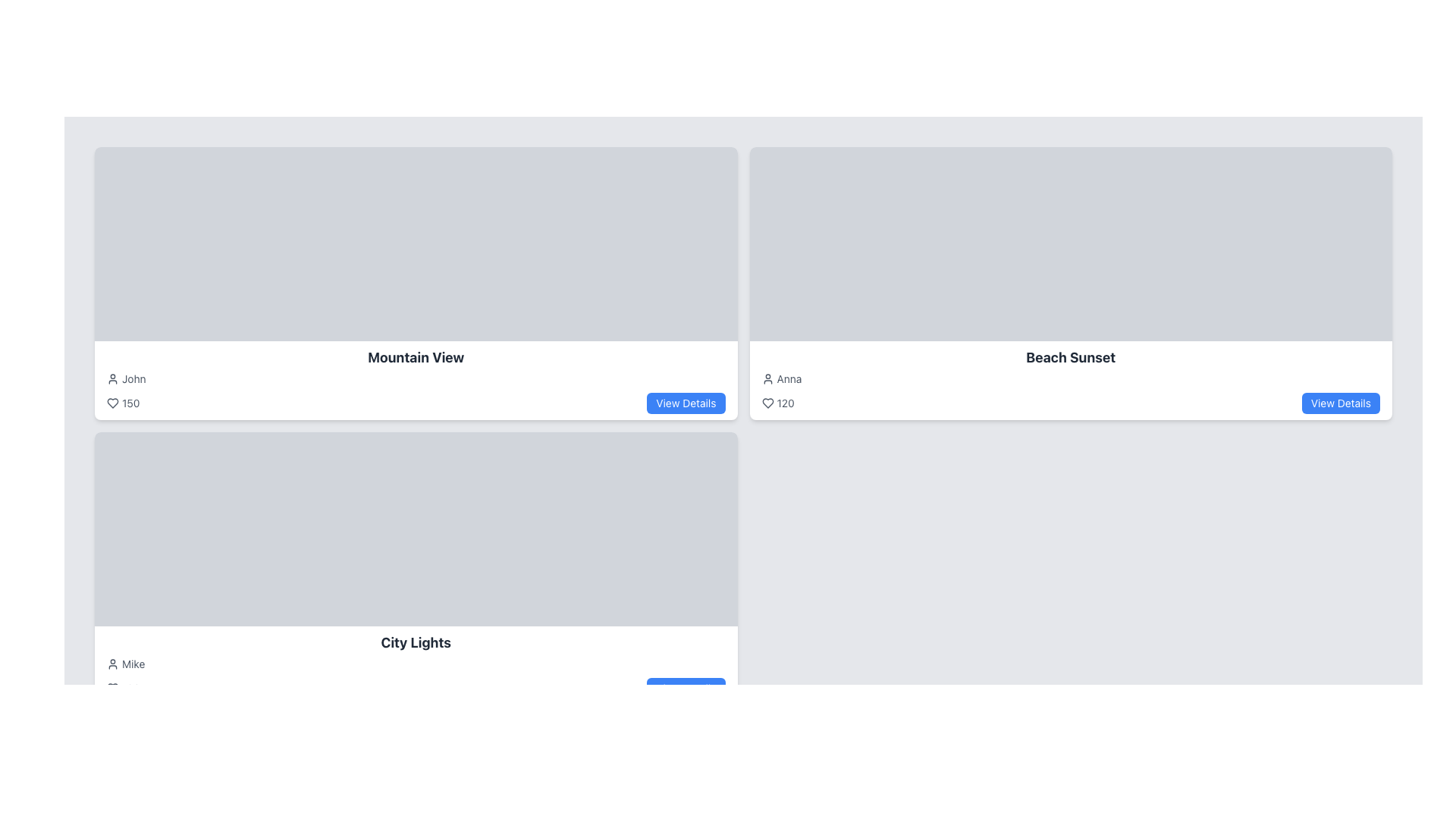 This screenshot has width=1456, height=819. Describe the element at coordinates (416, 243) in the screenshot. I see `the Image Placeholder located in the upper part of the card displaying property details, which has a light gray background and is positioned in the top-left corner of the grid layout` at that location.